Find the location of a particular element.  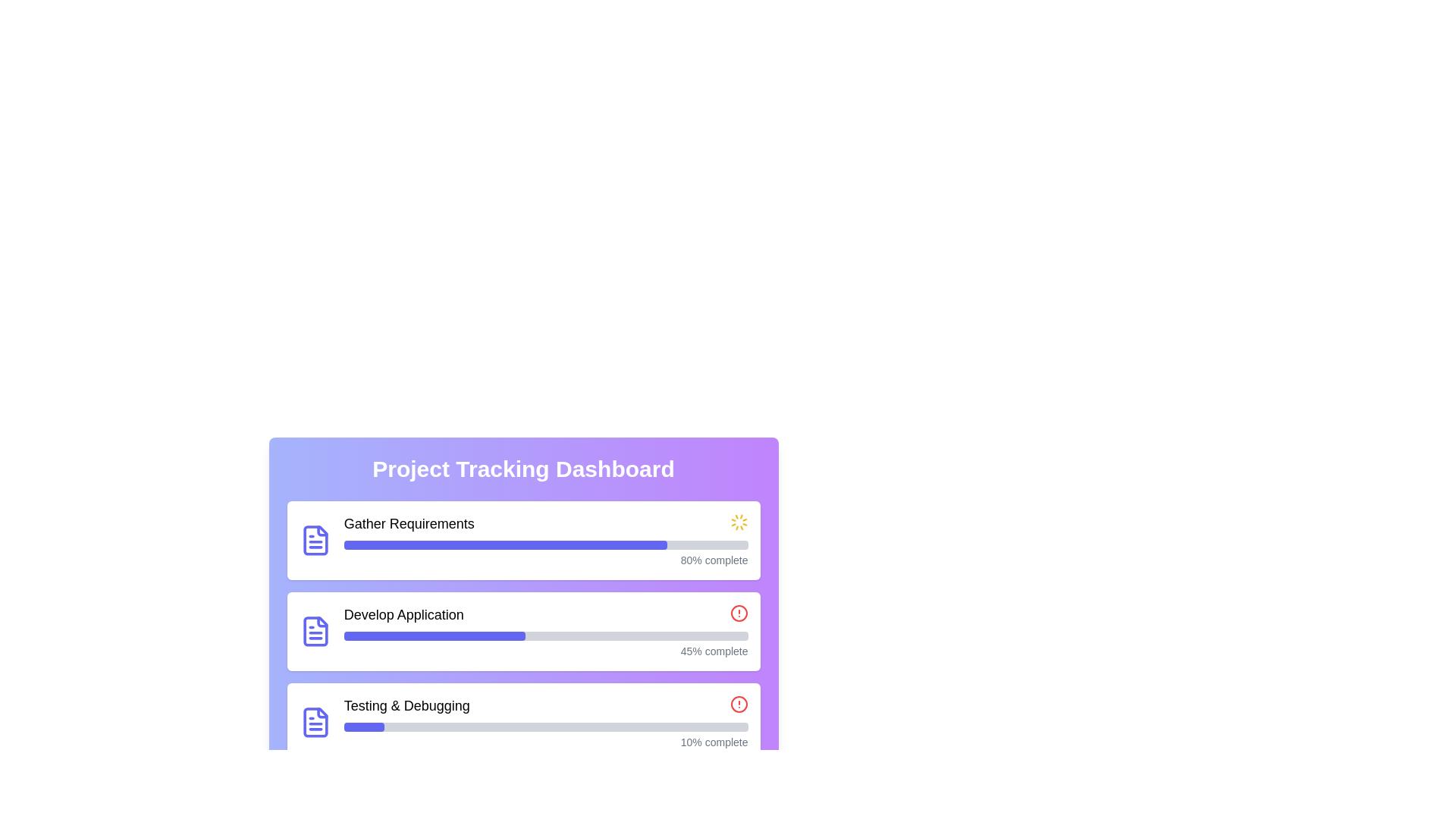

the icon representing the 'Testing & Debugging' task, located to the left of the corresponding text and progress bar is located at coordinates (315, 721).